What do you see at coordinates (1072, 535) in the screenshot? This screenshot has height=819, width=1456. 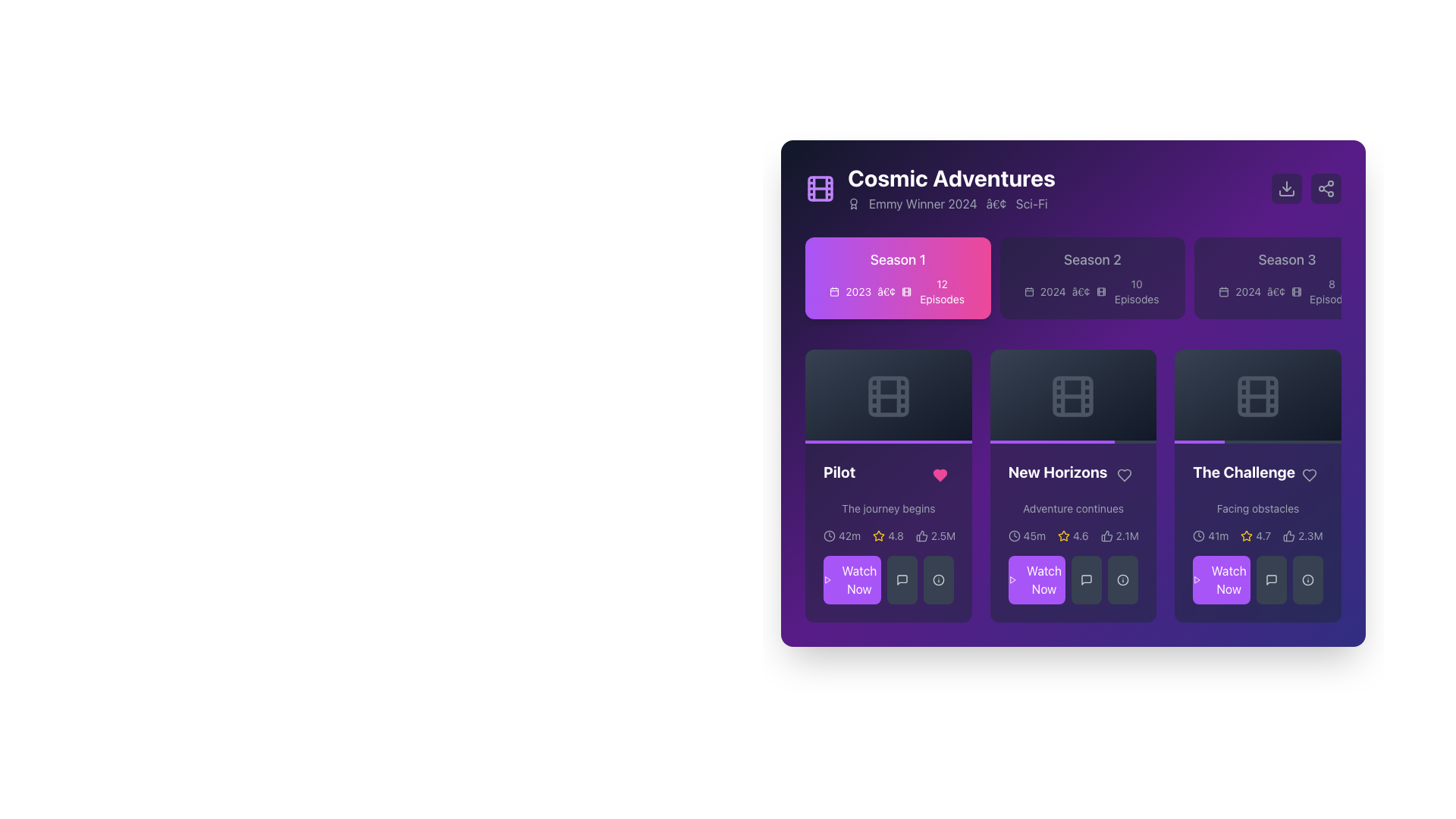 I see `the Text and Icon Group displaying '45m 4.6 2.1M' located below the 'New Horizons' heading and 'Adventure continues' subtitle` at bounding box center [1072, 535].